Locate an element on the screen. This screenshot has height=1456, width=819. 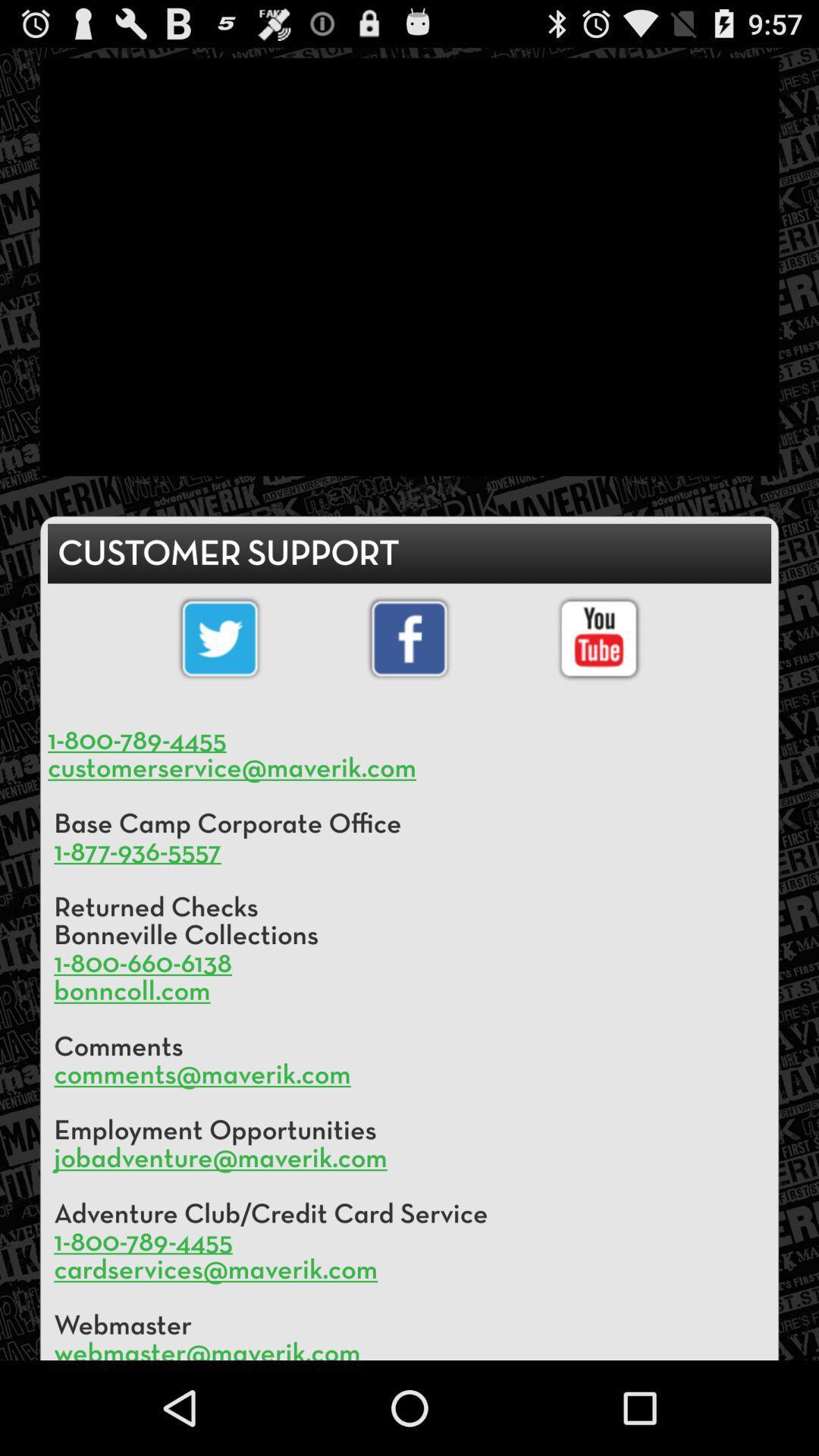
facebook account is located at coordinates (409, 639).